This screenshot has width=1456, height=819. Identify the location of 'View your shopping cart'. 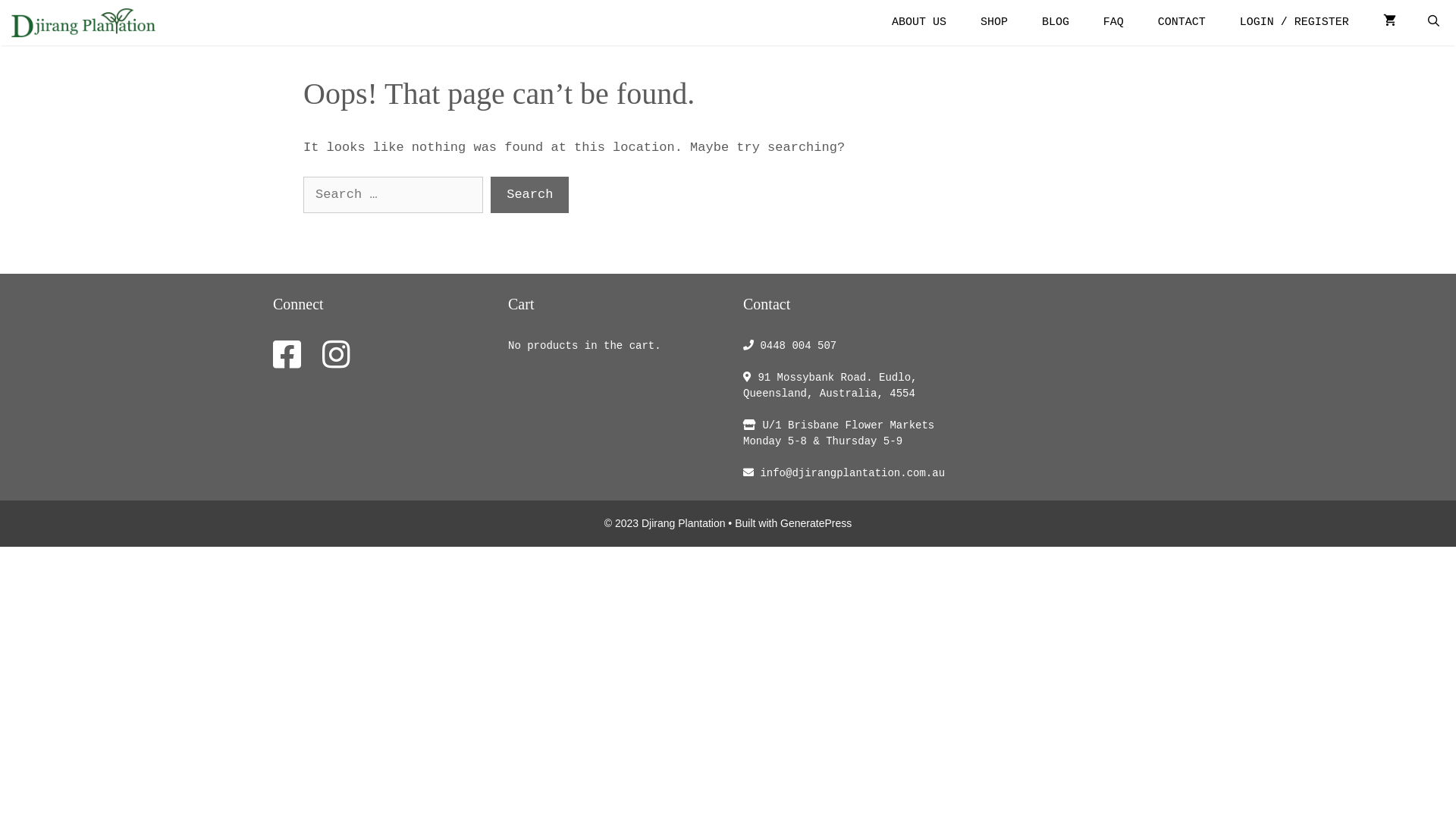
(1389, 23).